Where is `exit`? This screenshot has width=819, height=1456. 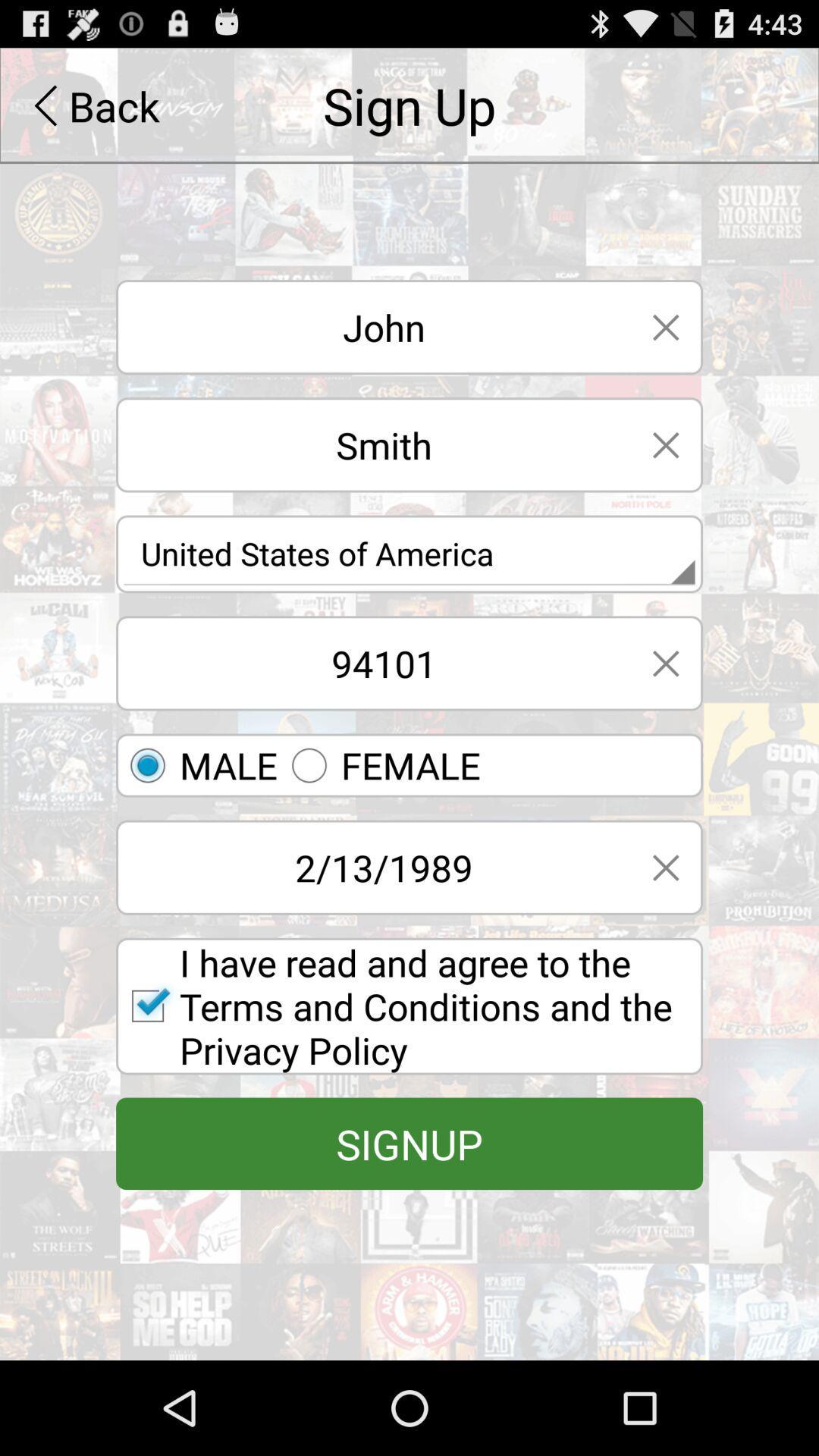
exit is located at coordinates (665, 663).